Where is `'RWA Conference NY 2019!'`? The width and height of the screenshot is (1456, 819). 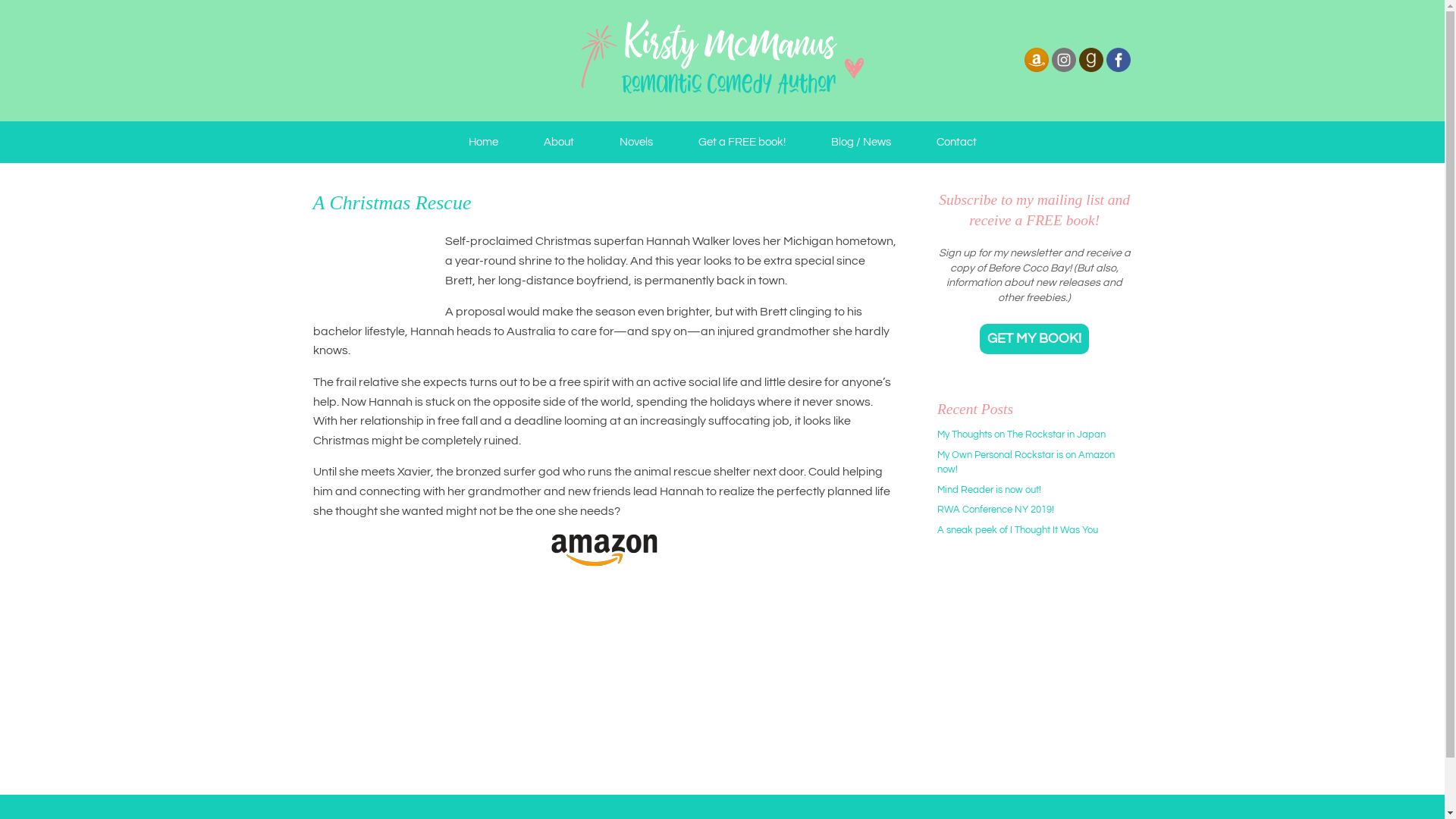
'RWA Conference NY 2019!' is located at coordinates (937, 509).